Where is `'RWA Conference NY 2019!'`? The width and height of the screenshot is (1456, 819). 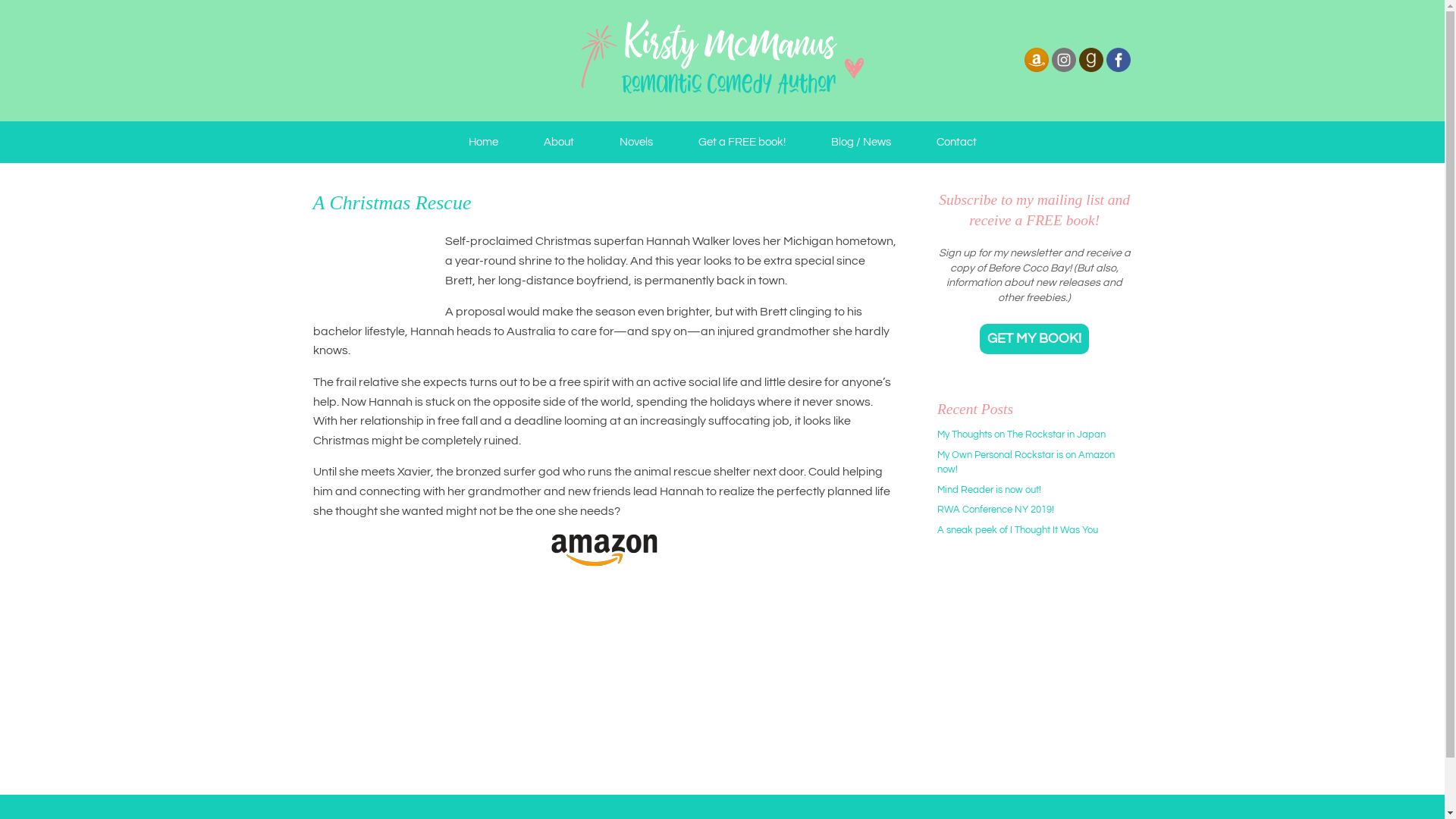
'RWA Conference NY 2019!' is located at coordinates (937, 509).